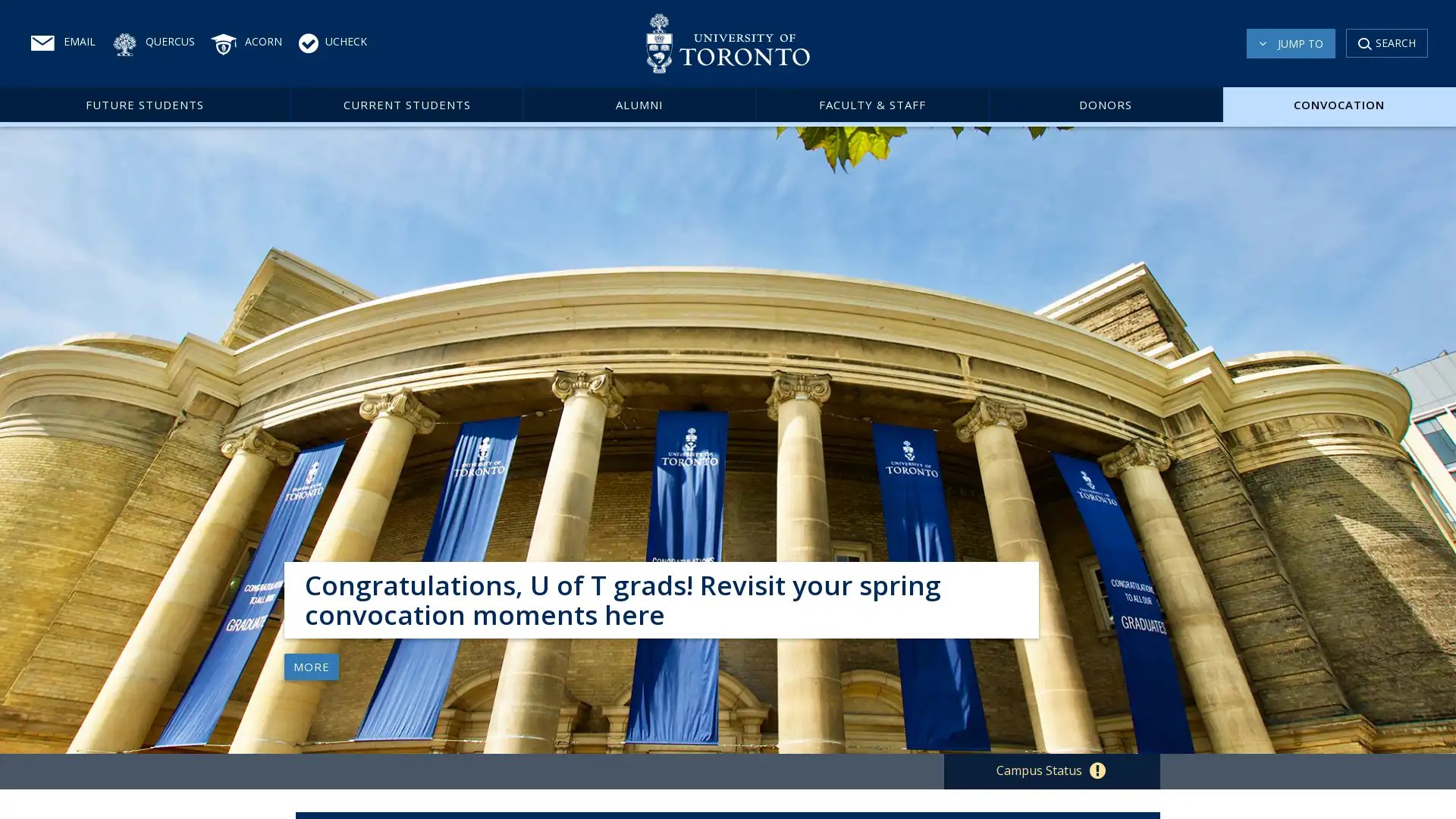  I want to click on JUMP TO, so click(1290, 42).